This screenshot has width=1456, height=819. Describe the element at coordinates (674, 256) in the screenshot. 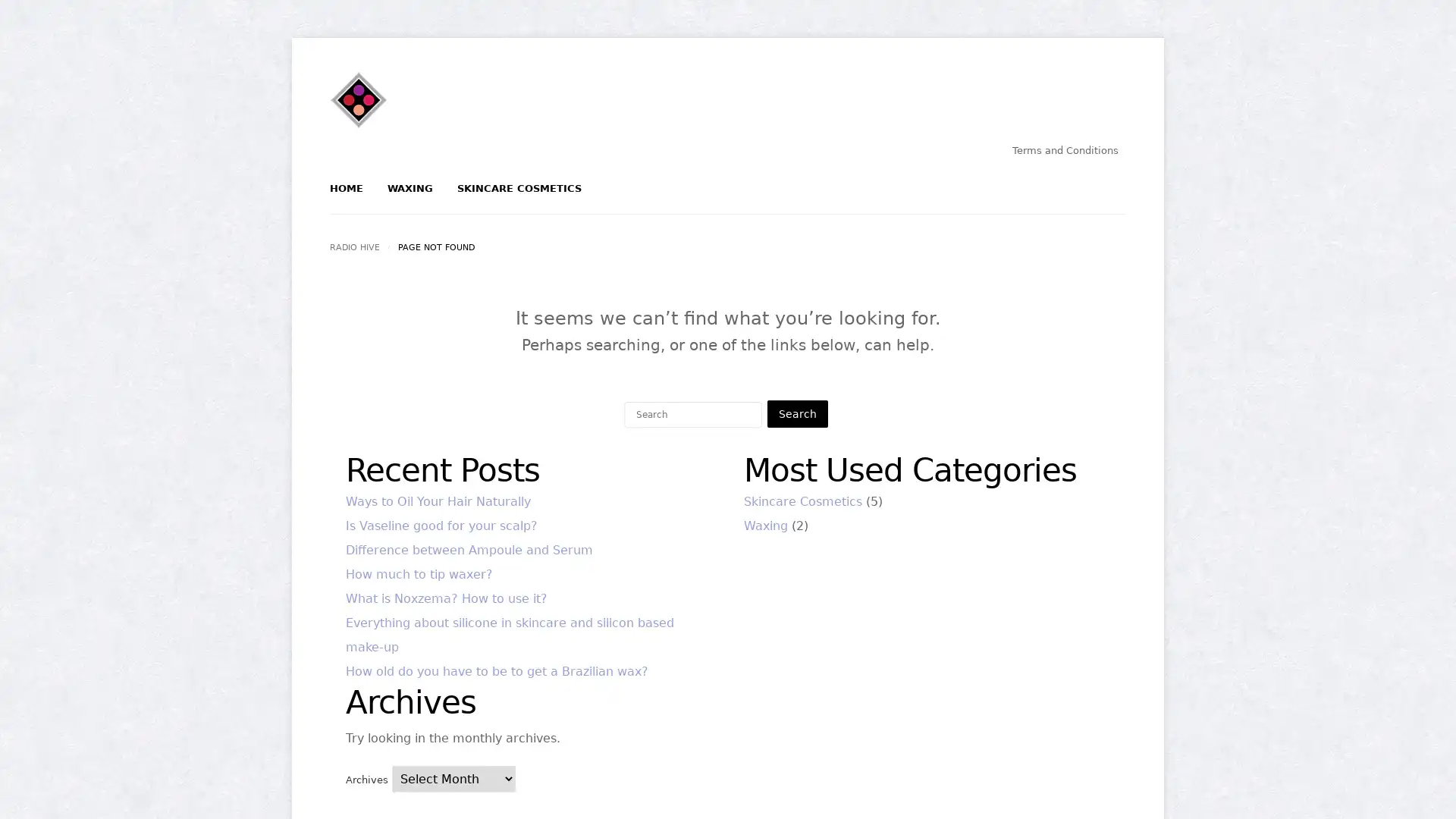

I see `Log In` at that location.